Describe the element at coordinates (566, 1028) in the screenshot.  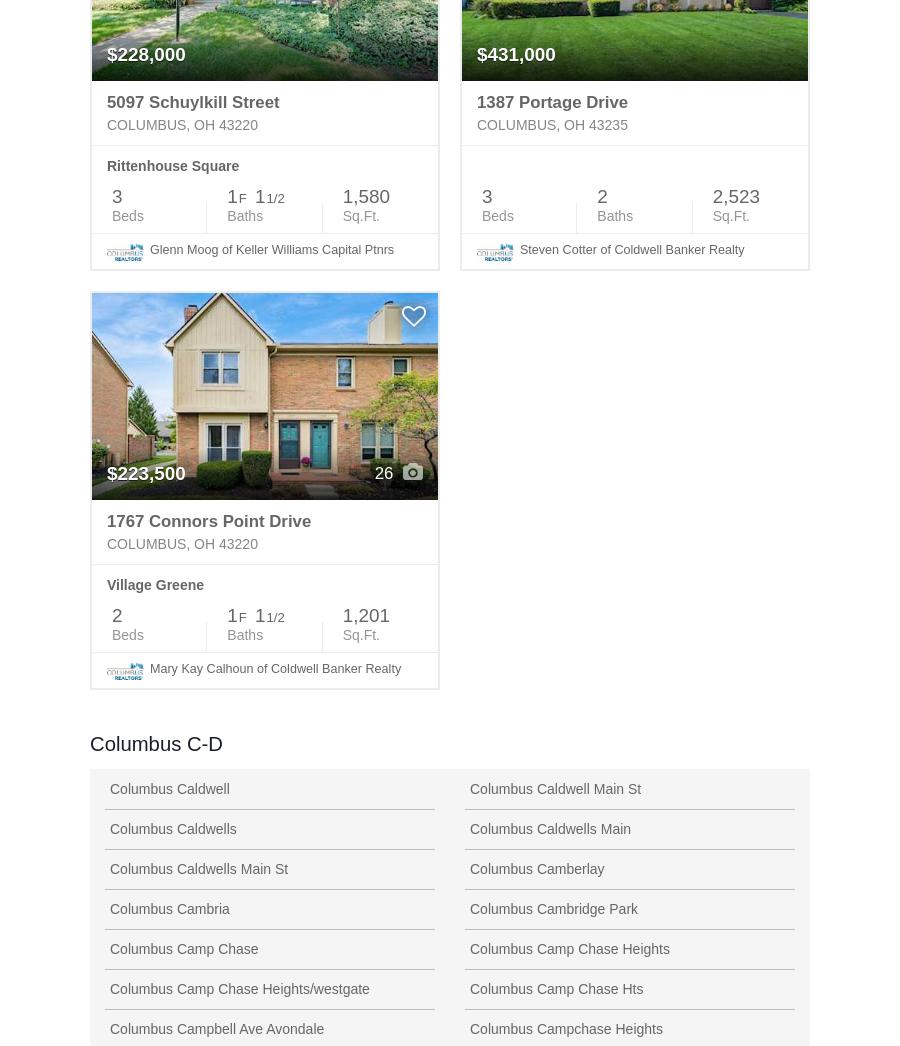
I see `'Columbus Campchase Heights'` at that location.